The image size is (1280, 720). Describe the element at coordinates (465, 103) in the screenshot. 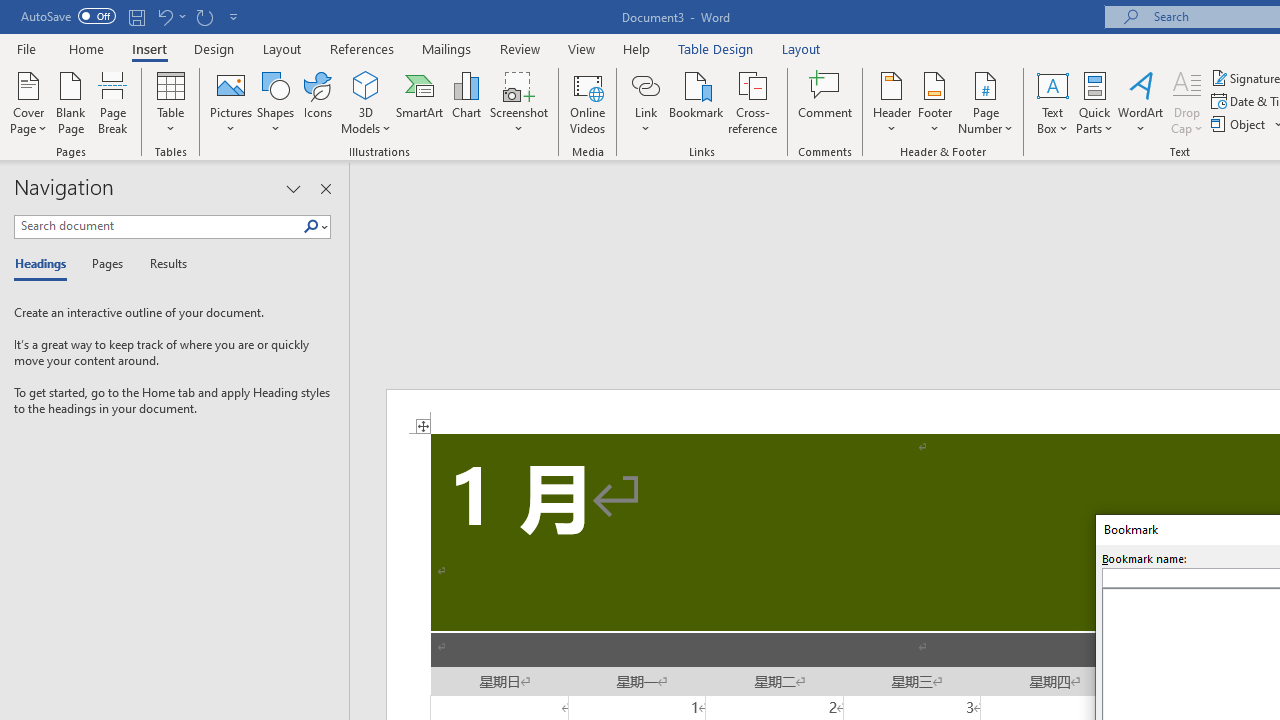

I see `'Chart...'` at that location.